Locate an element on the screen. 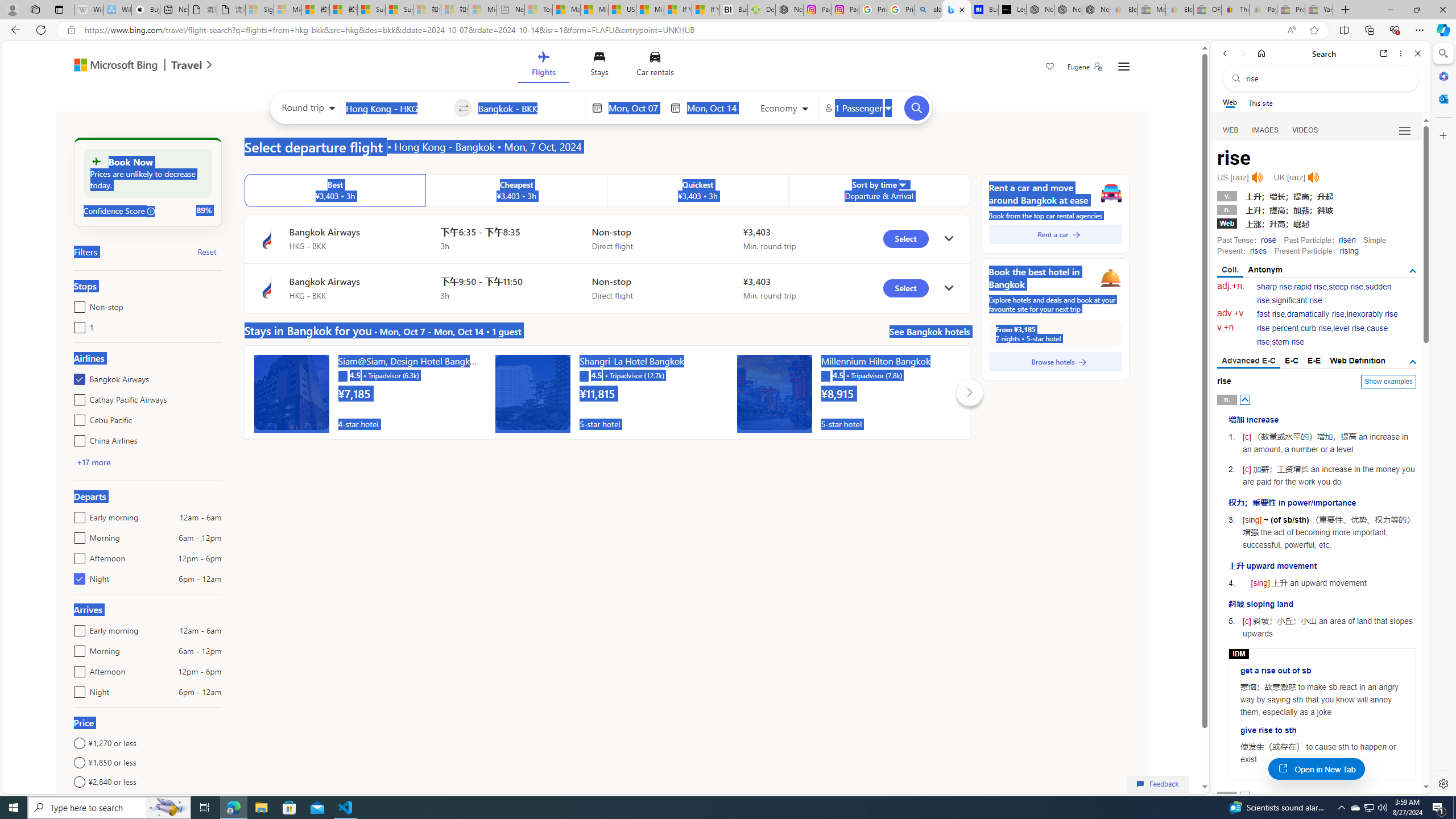 The width and height of the screenshot is (1456, 819). 'Press Room - eBay Inc. - Sleeping' is located at coordinates (1291, 9).